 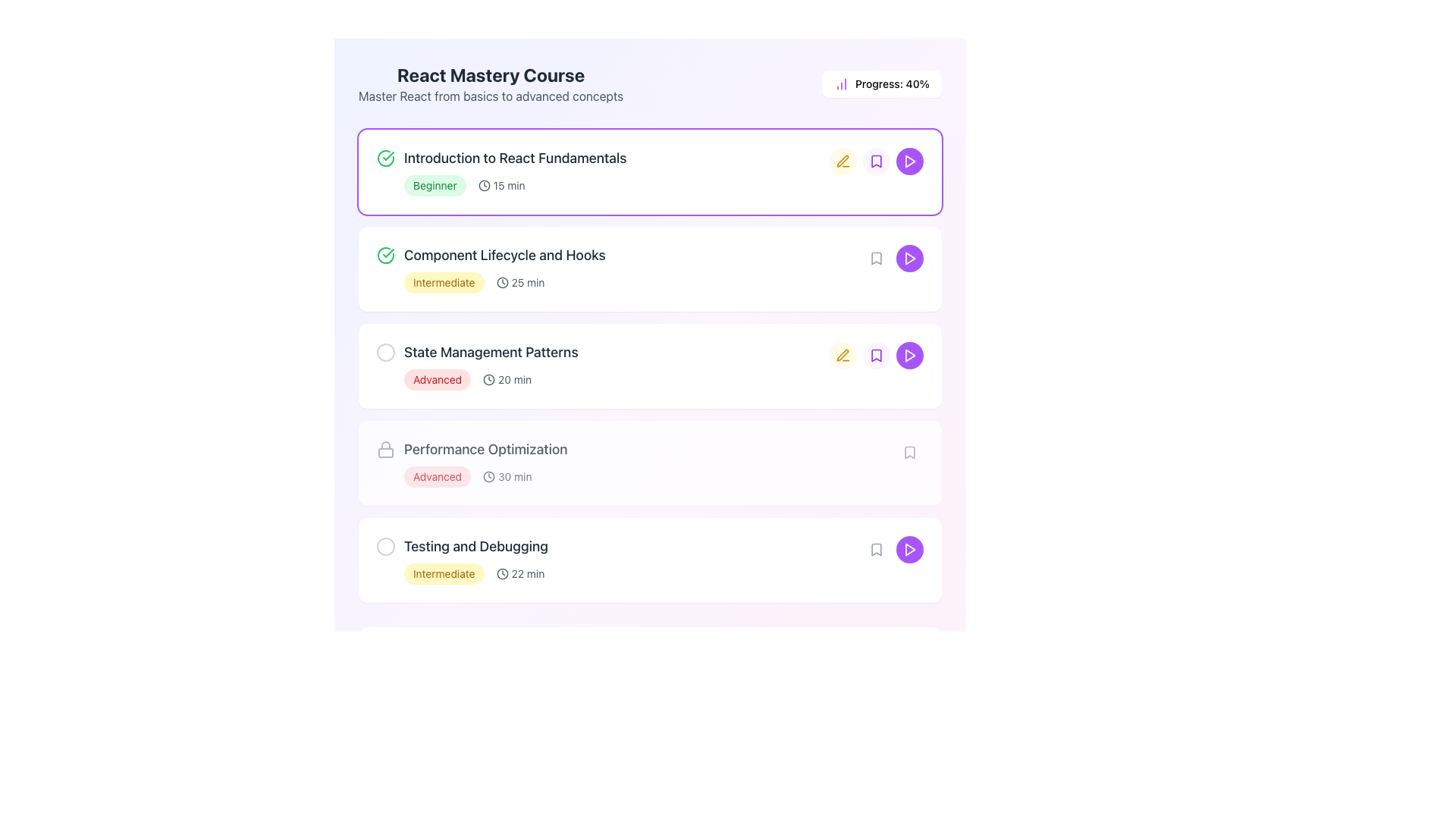 What do you see at coordinates (843, 161) in the screenshot?
I see `the pen icon button with a yellow background, located to the right of the text 'Introduction to React Fundamentals' and before the bookmark icon` at bounding box center [843, 161].